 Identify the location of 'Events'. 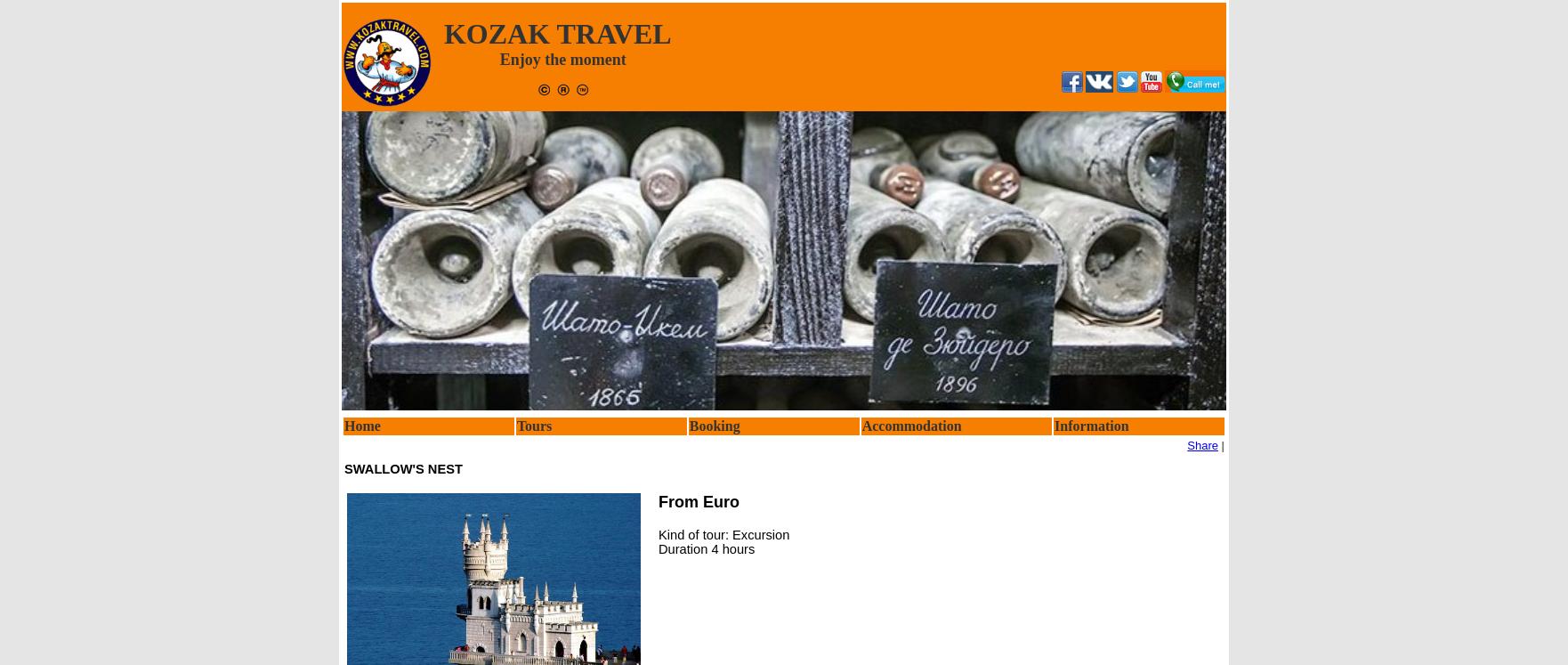
(1056, 542).